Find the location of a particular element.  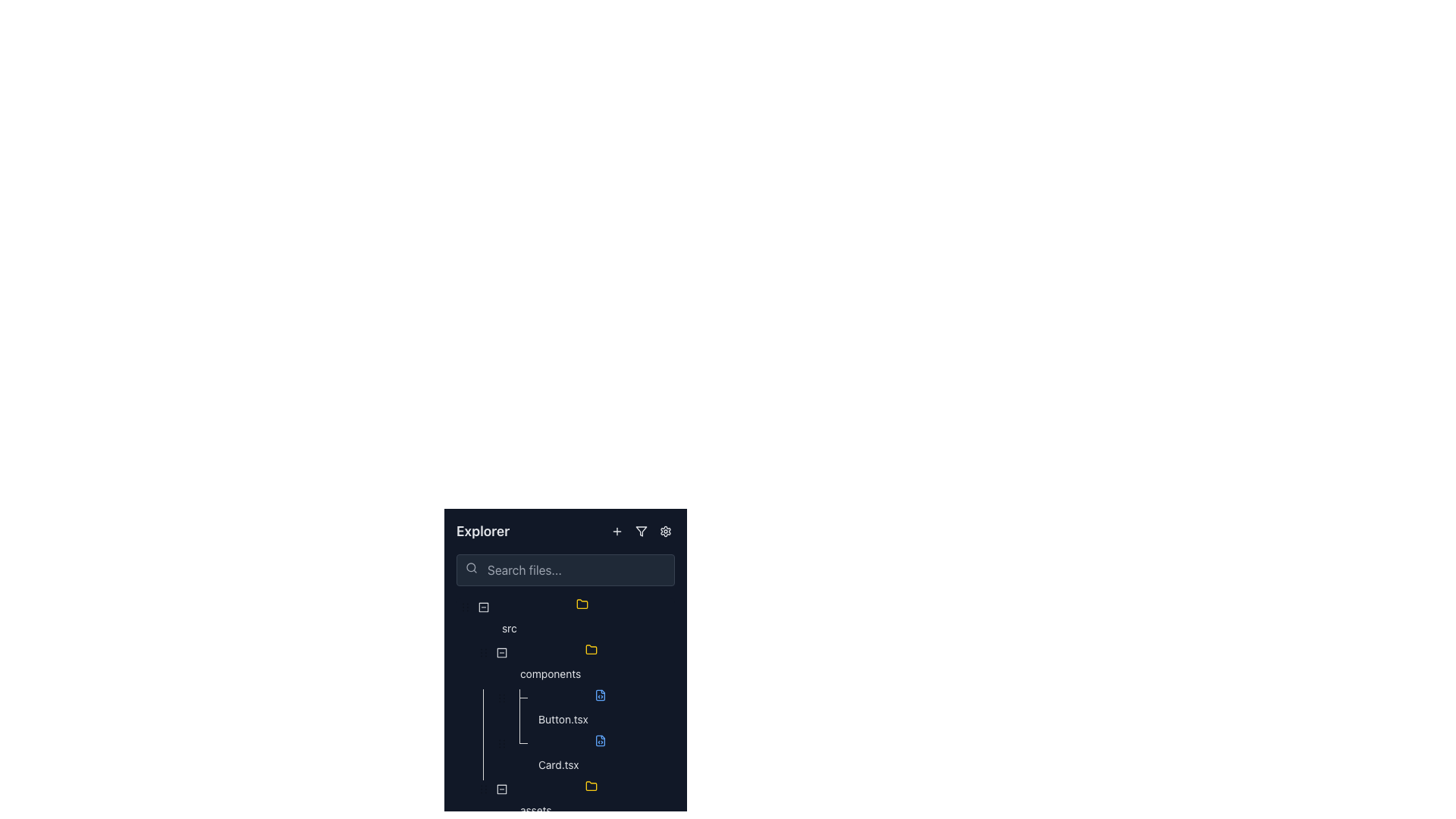

the filter icon, represented by a triangular funnel-like shape outlined with a white stroke, located in the top-right corner of the explorer panel is located at coordinates (641, 531).